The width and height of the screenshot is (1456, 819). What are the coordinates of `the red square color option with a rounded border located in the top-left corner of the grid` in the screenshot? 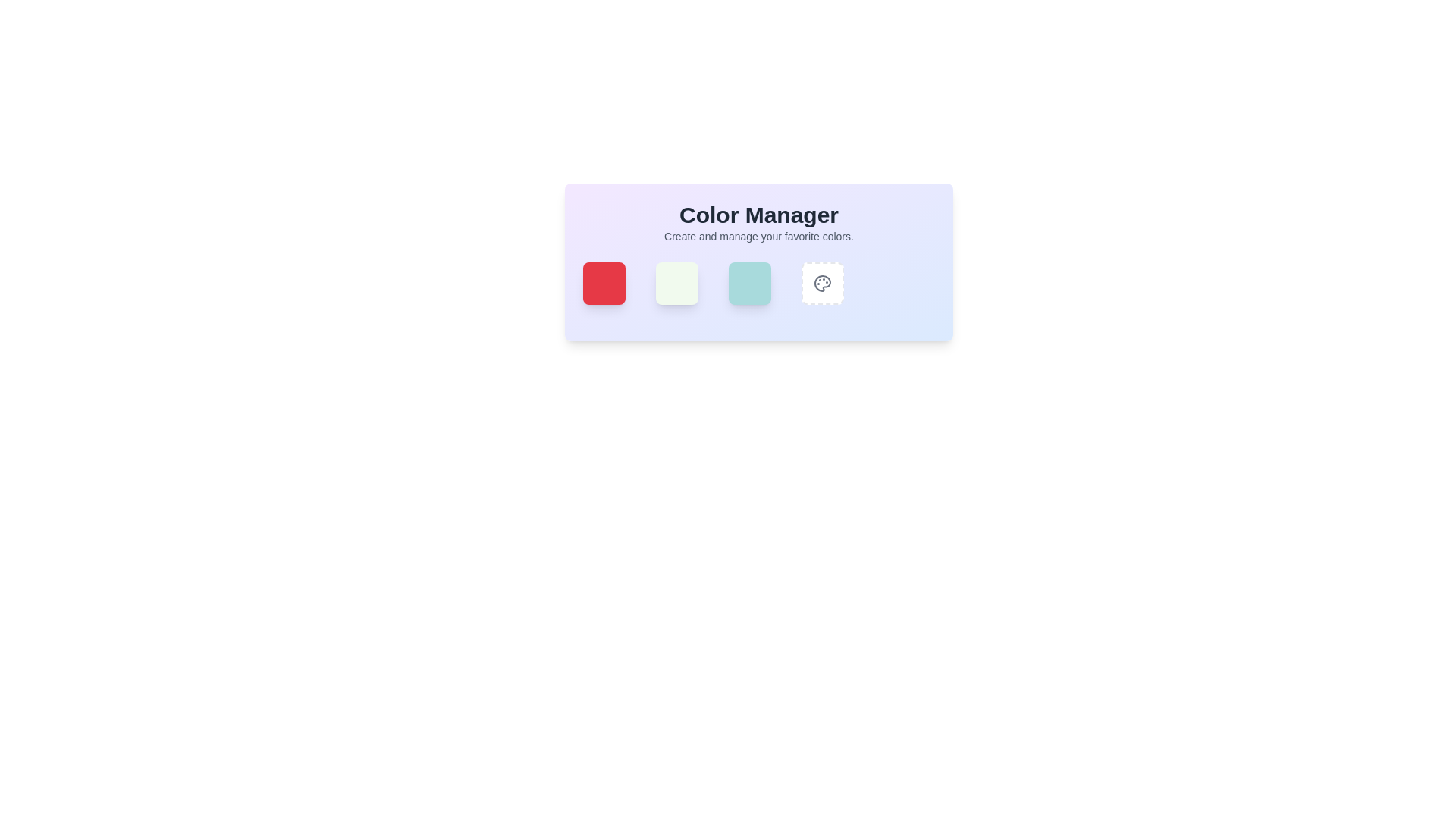 It's located at (603, 284).